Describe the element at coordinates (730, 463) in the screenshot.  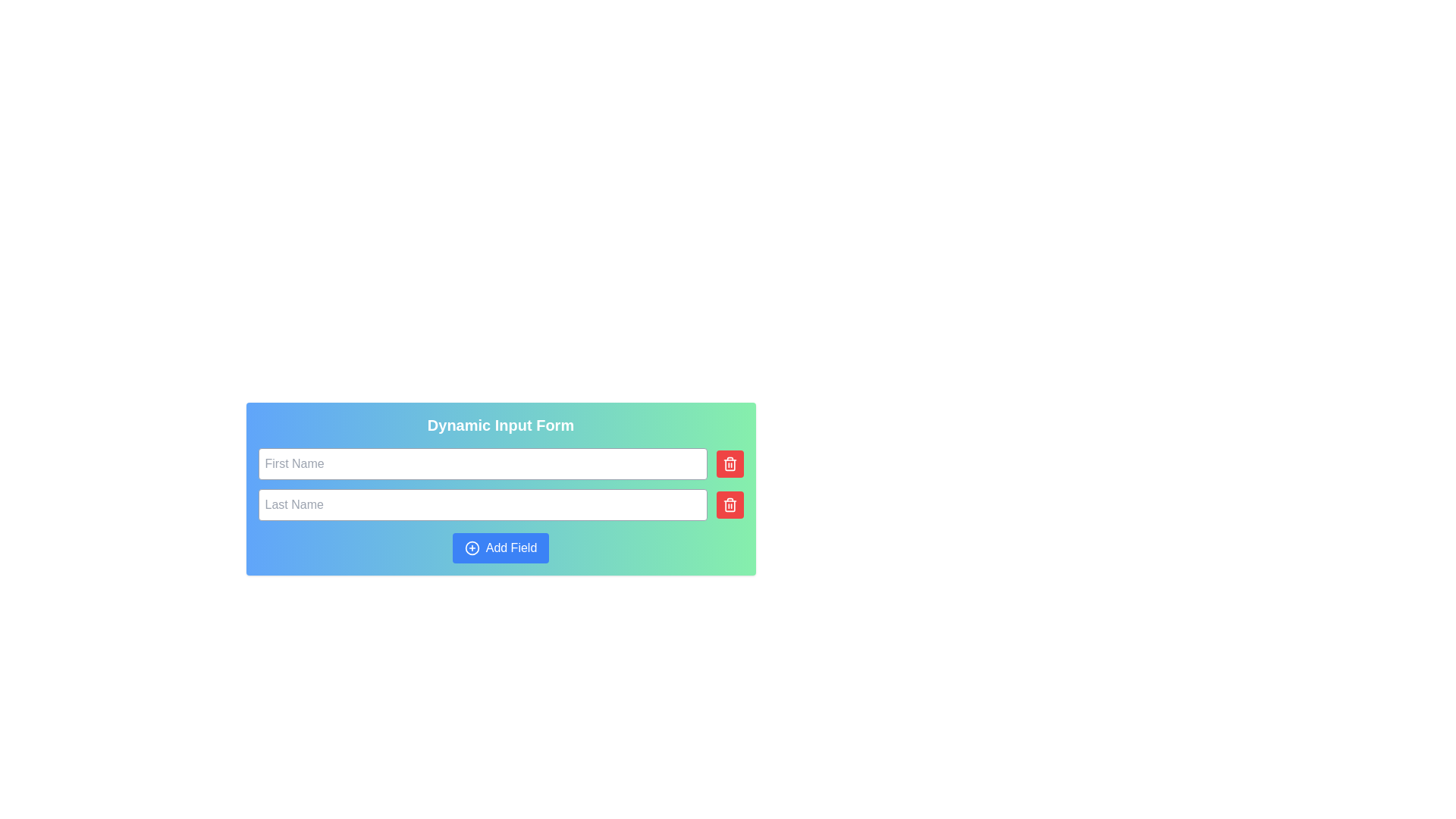
I see `the trash bin icon located within the red square-shaped delete button on the far right of the text input field in the second row of the form` at that location.